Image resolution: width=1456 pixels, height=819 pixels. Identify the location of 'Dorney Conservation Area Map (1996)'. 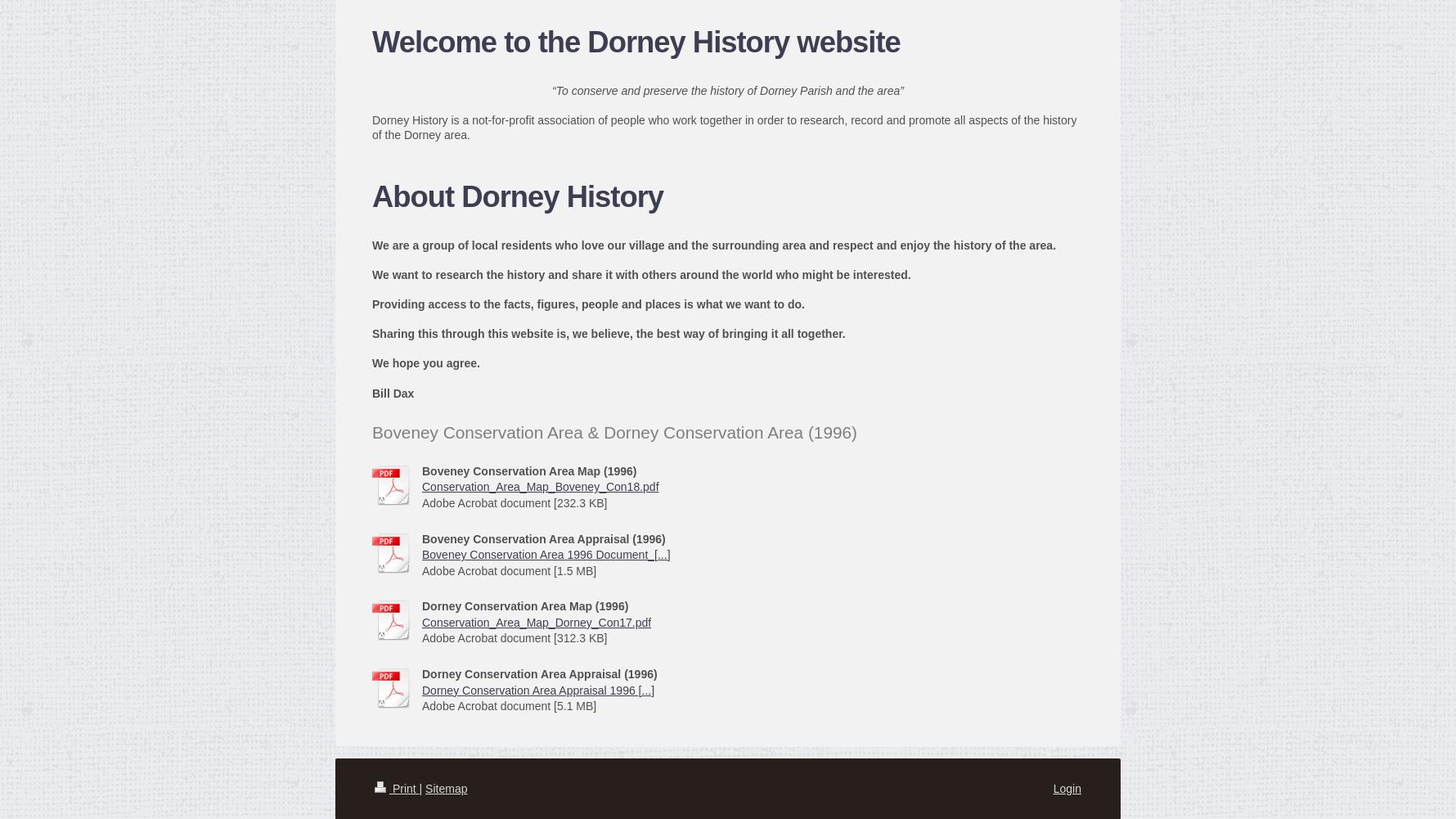
(525, 606).